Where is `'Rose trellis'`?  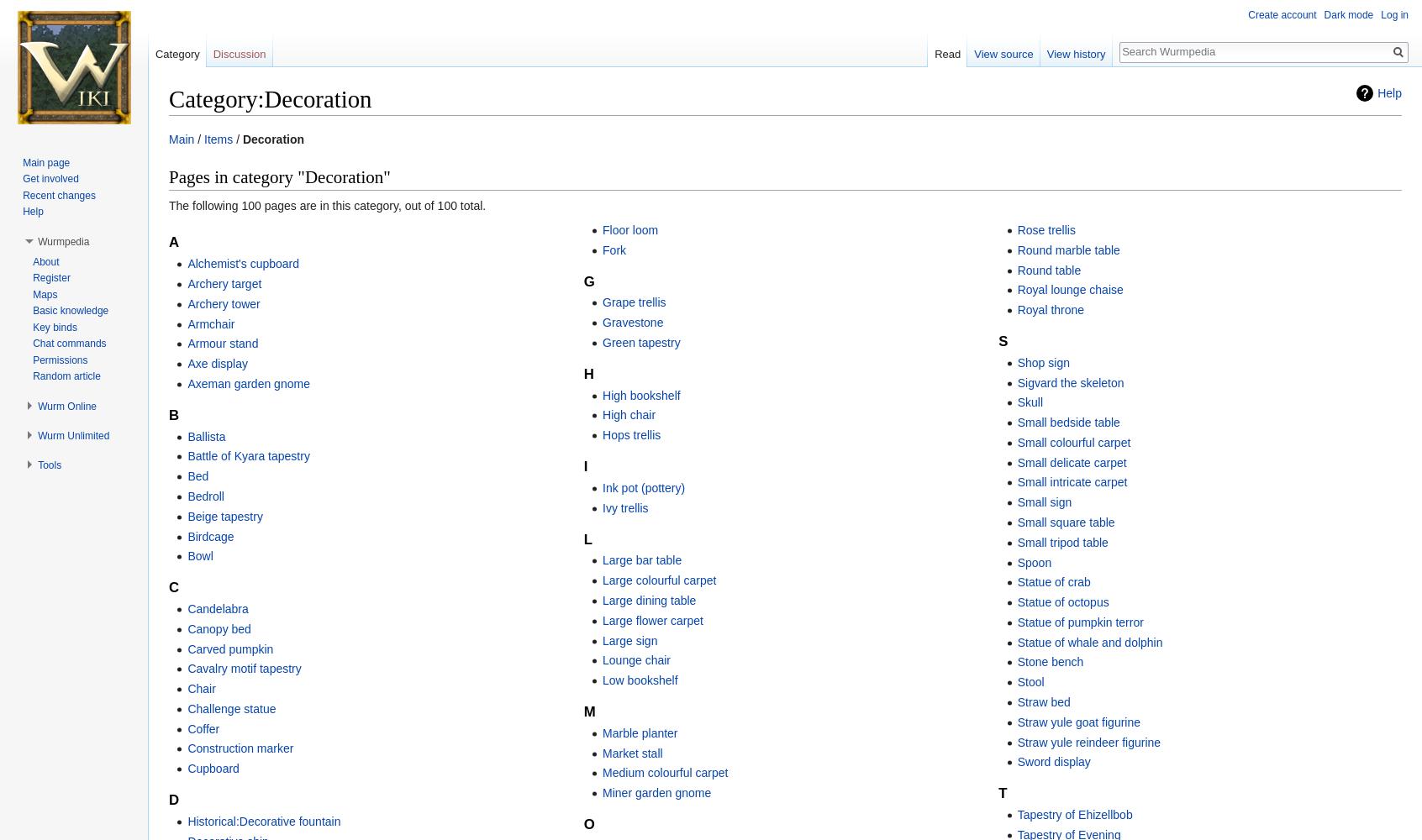
'Rose trellis' is located at coordinates (1045, 229).